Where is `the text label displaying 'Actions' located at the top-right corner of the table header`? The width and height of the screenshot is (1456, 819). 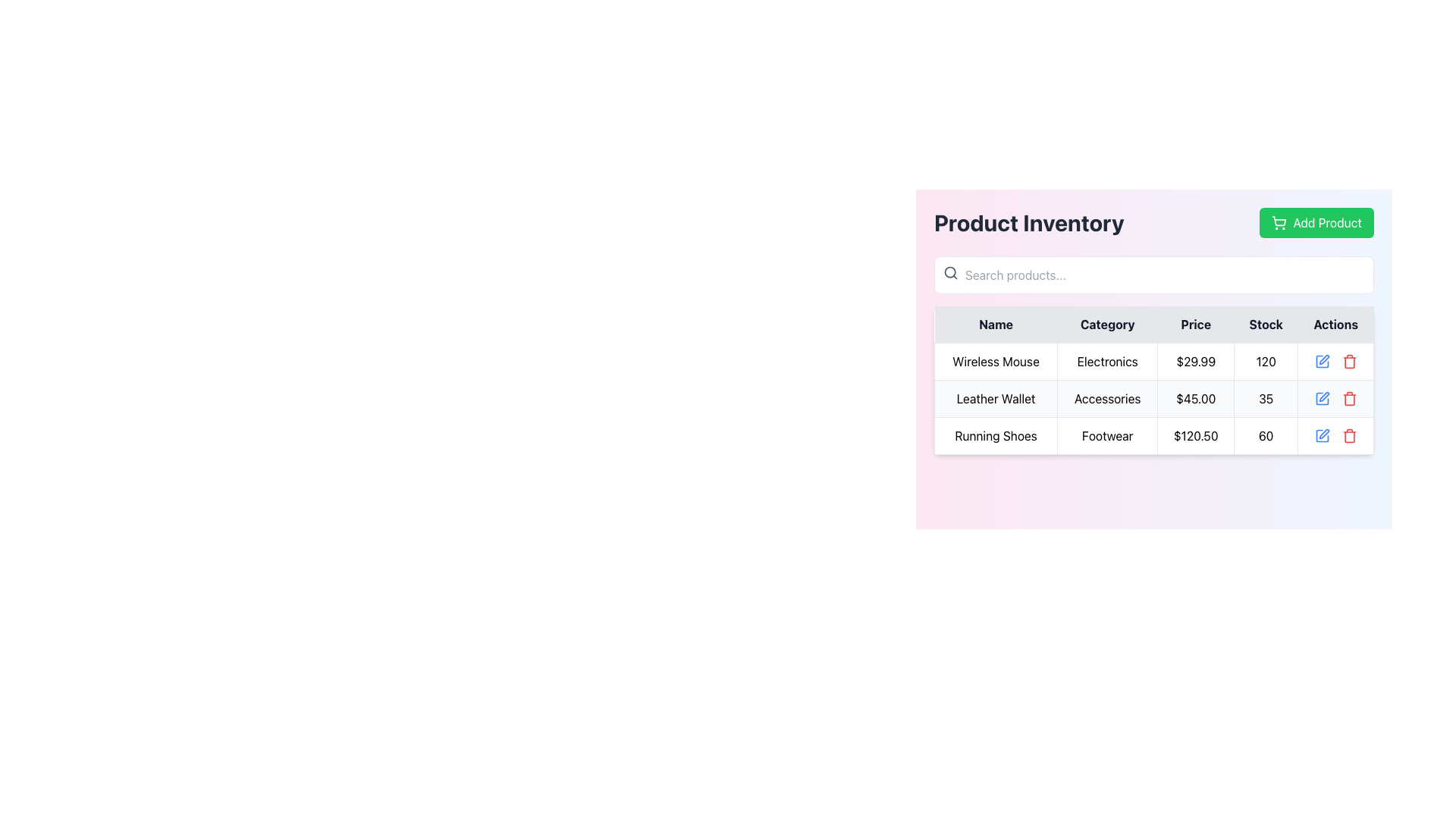 the text label displaying 'Actions' located at the top-right corner of the table header is located at coordinates (1335, 324).